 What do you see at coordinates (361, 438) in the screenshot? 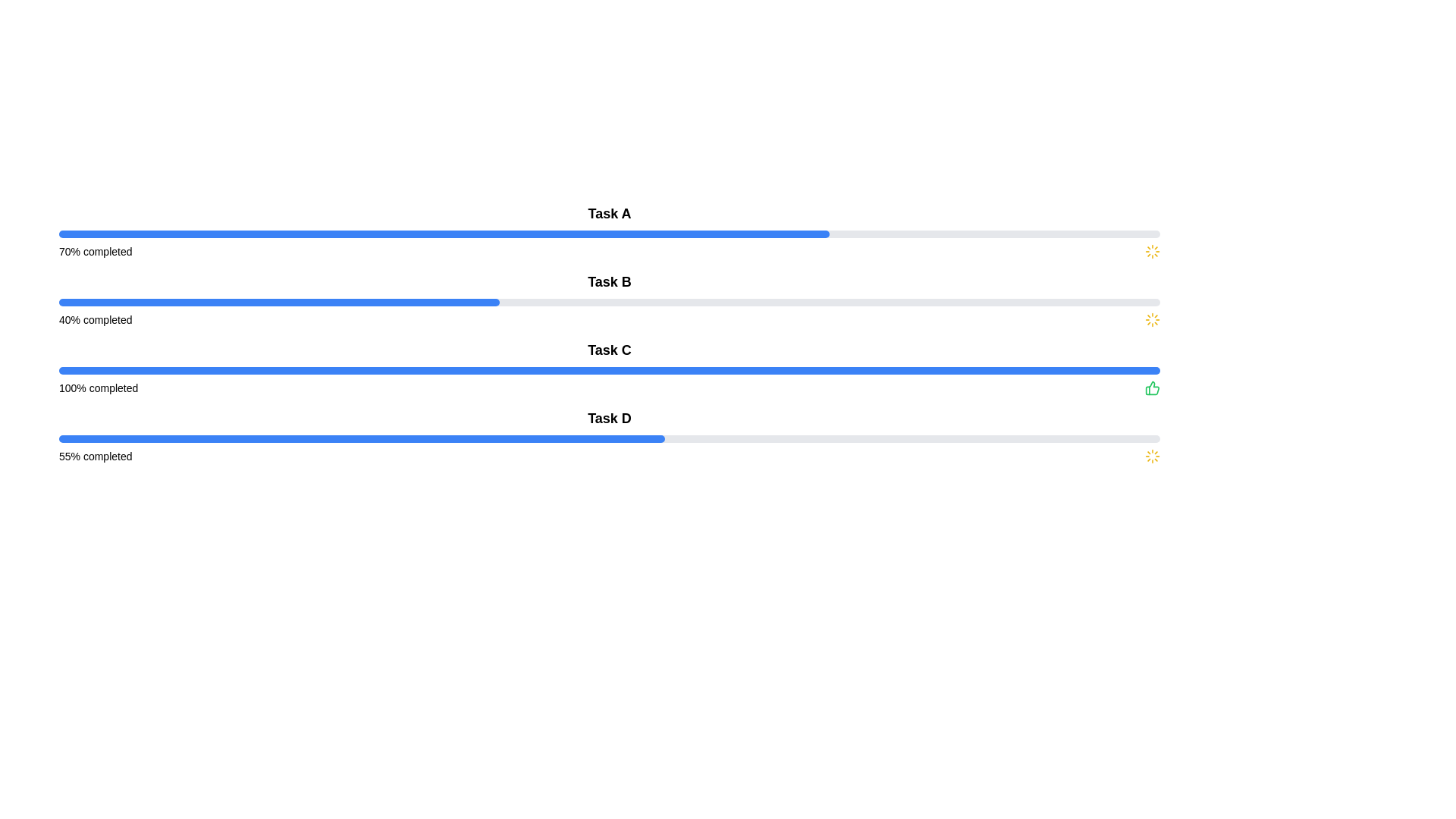
I see `the filled portion of the progress bar located below the 'Task D' label, which is styled with a blue fill covering 55% of its width, for visual feedback` at bounding box center [361, 438].